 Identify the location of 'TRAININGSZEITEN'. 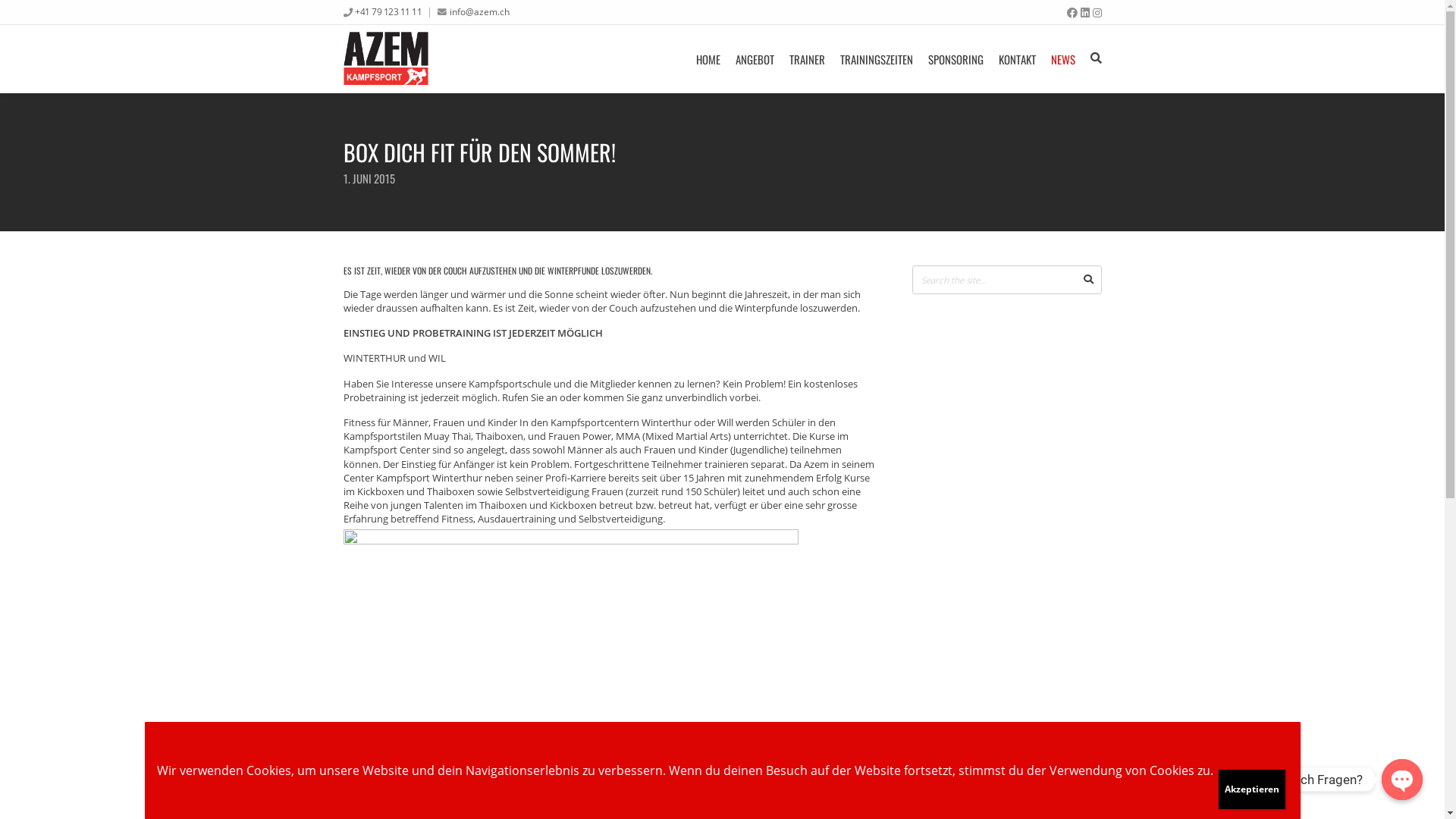
(877, 58).